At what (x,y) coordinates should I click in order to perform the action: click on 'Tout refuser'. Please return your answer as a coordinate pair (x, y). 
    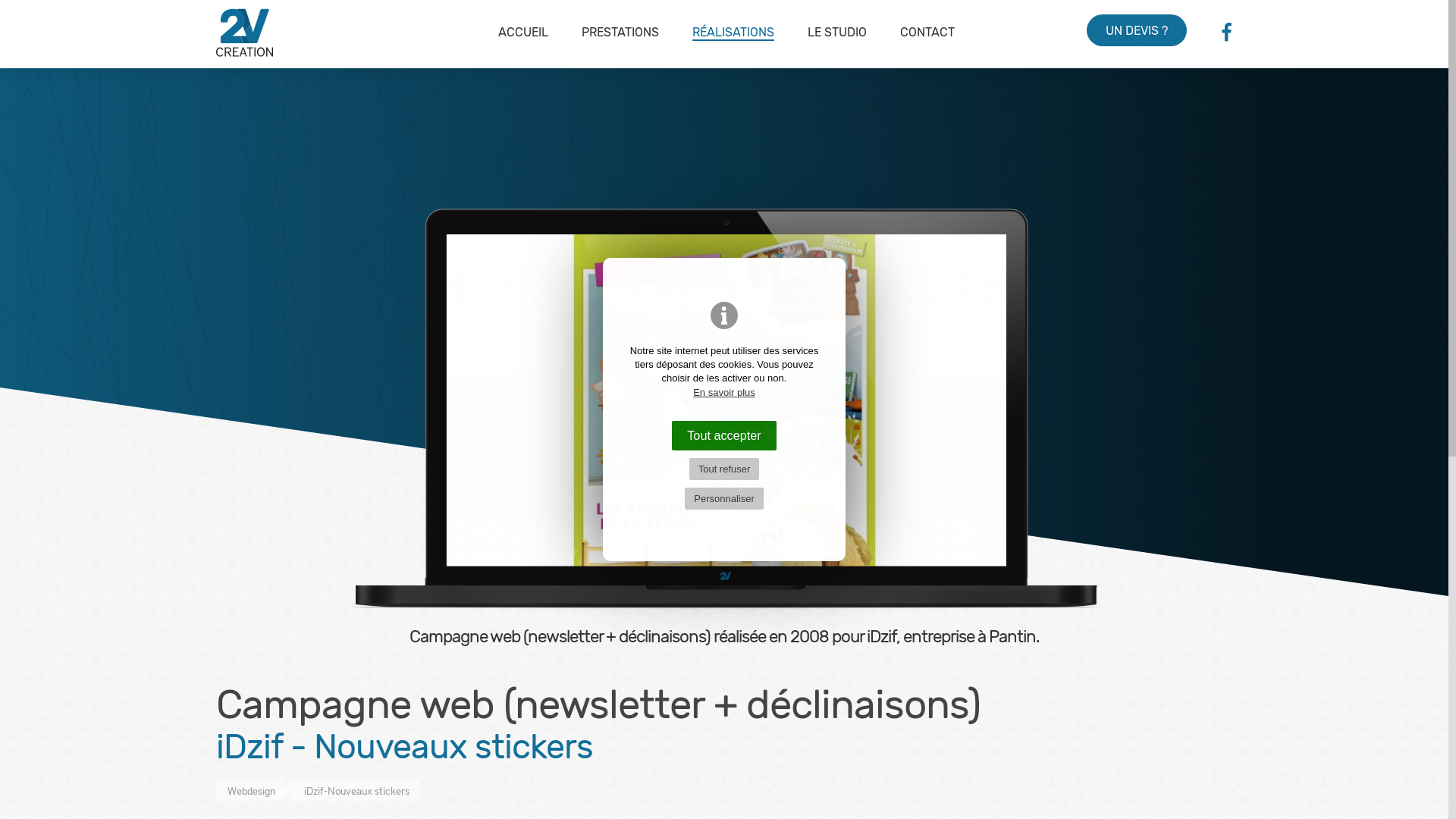
    Looking at the image, I should click on (688, 468).